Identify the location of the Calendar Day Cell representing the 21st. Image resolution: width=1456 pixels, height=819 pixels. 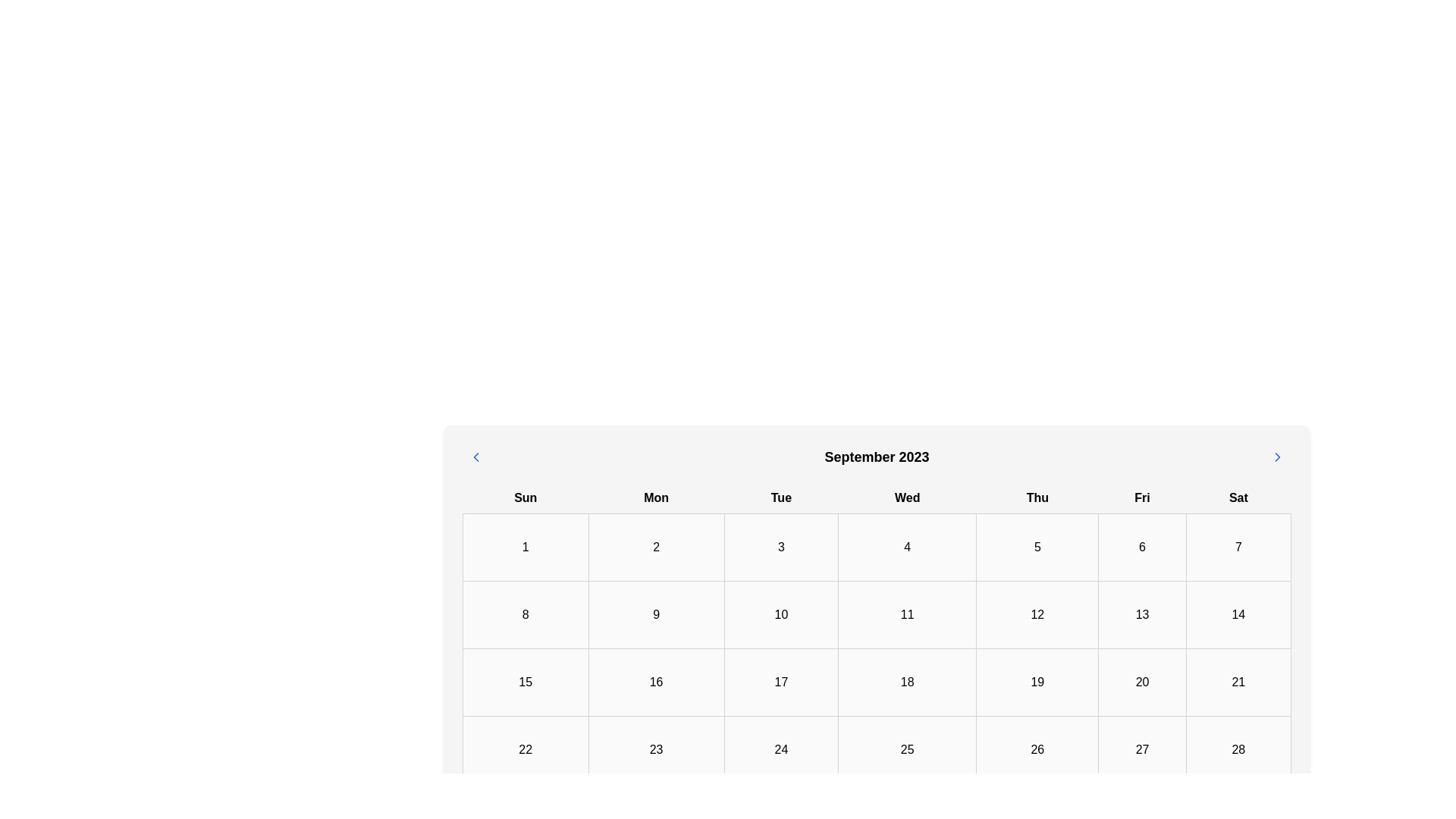
(1238, 681).